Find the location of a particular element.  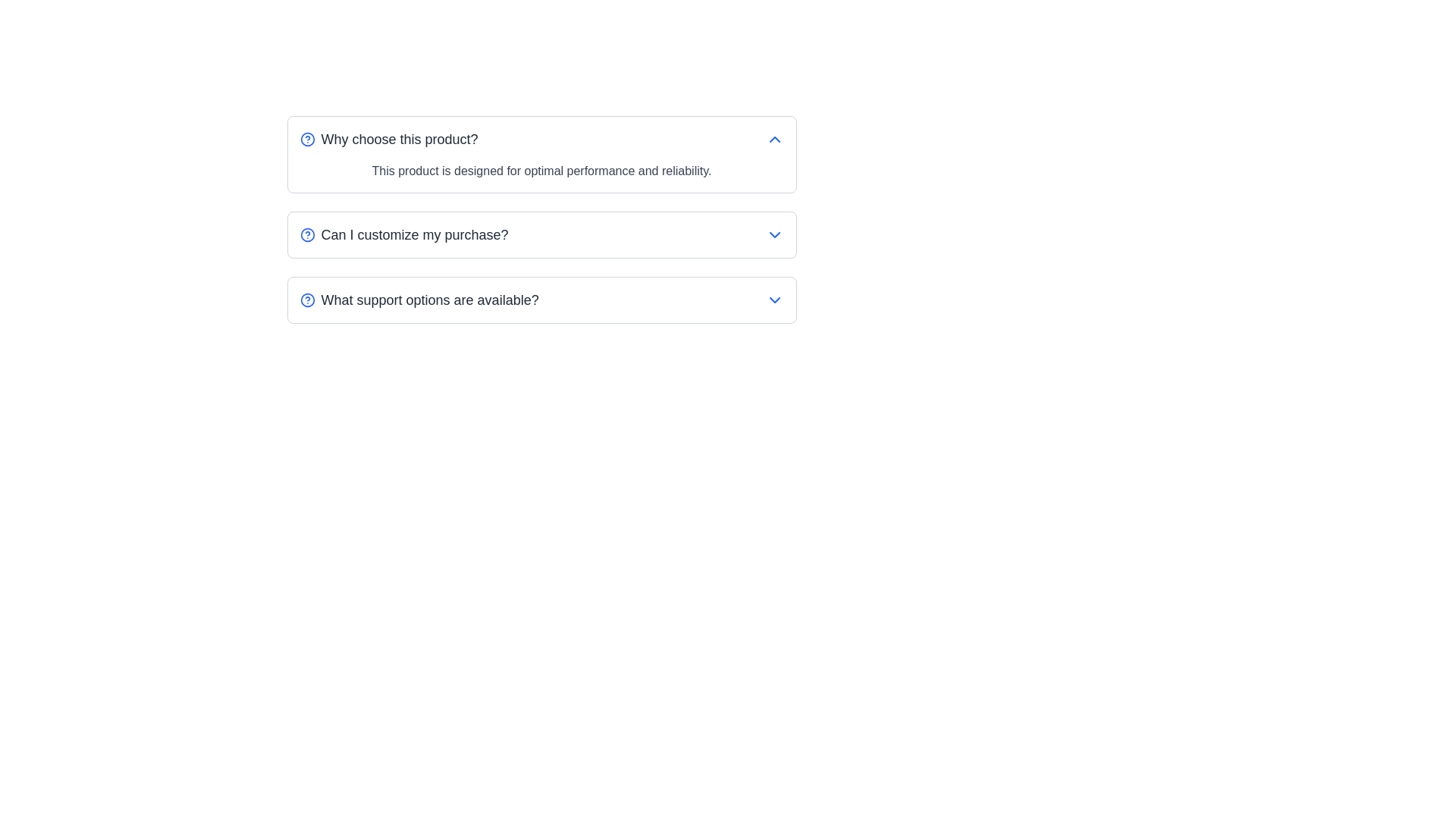

the small circular icon with a blue outline and a question mark, located to the left of the text 'Can I customize my purchase?' is located at coordinates (306, 234).